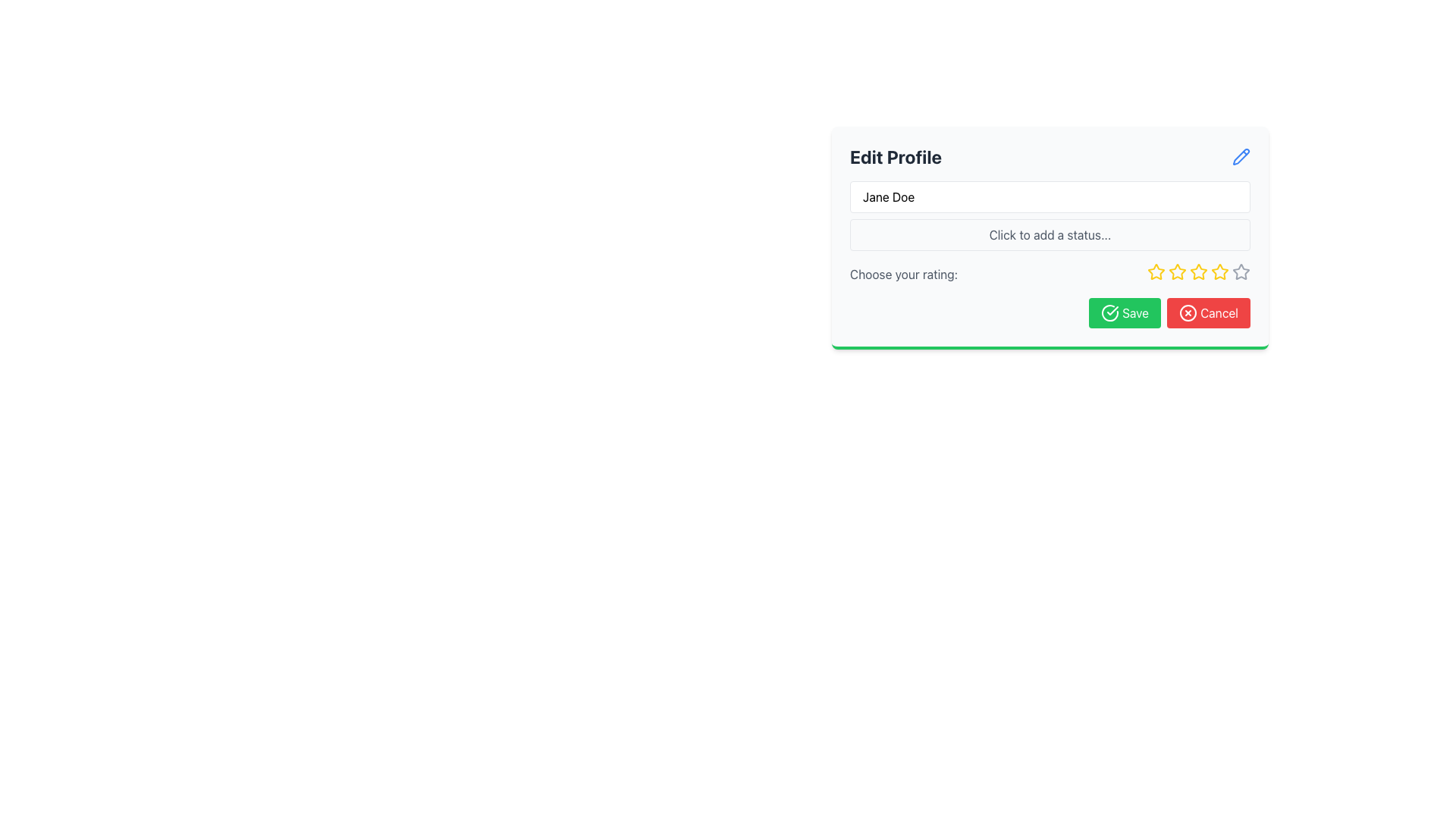 This screenshot has height=819, width=1456. I want to click on the stylized pencil icon with a blue outline located at the top-right corner of the 'Edit Profile' box, so click(1241, 155).